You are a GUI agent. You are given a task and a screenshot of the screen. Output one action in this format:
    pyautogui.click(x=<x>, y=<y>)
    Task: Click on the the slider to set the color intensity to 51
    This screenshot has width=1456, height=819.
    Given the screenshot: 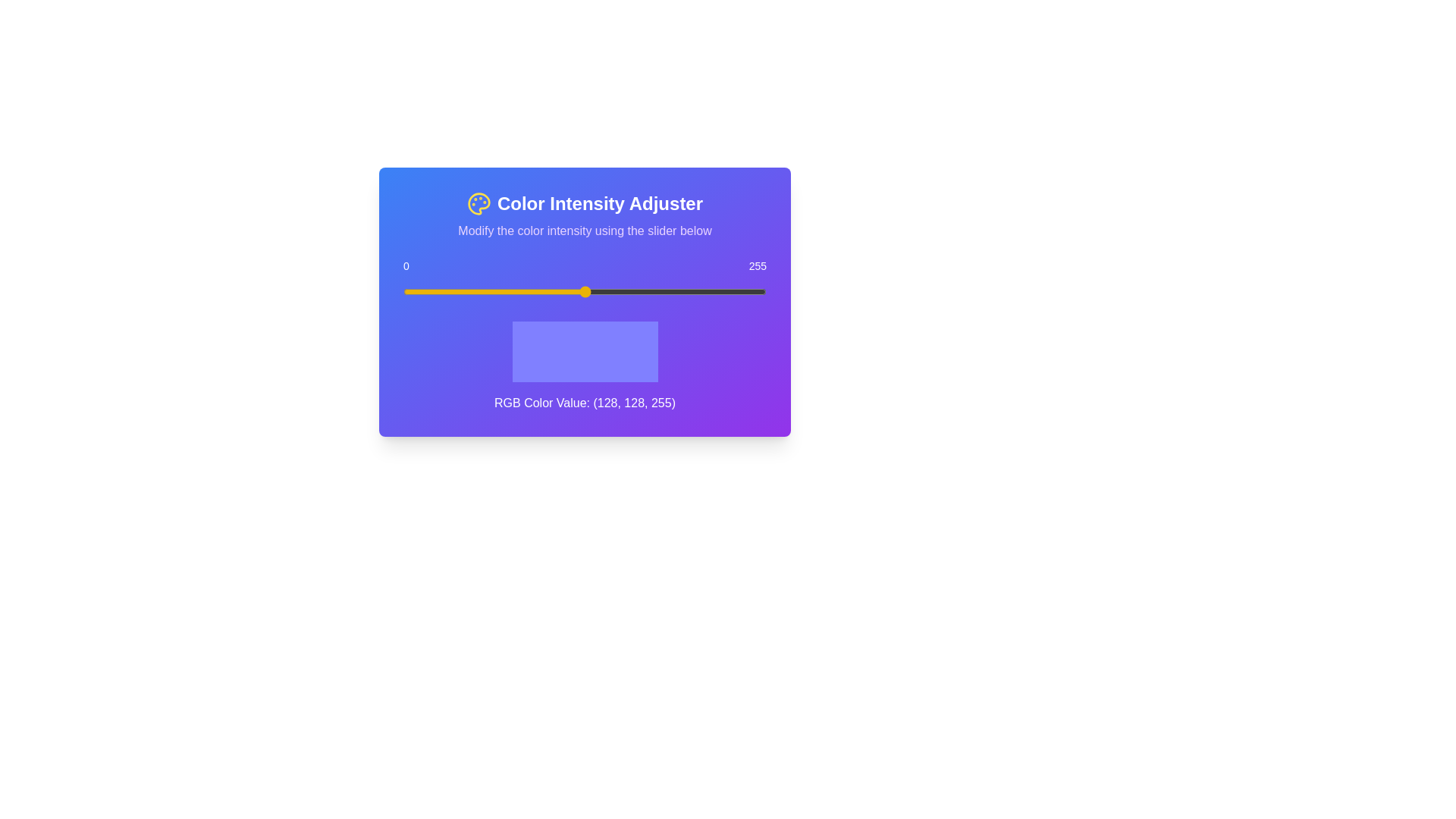 What is the action you would take?
    pyautogui.click(x=475, y=292)
    